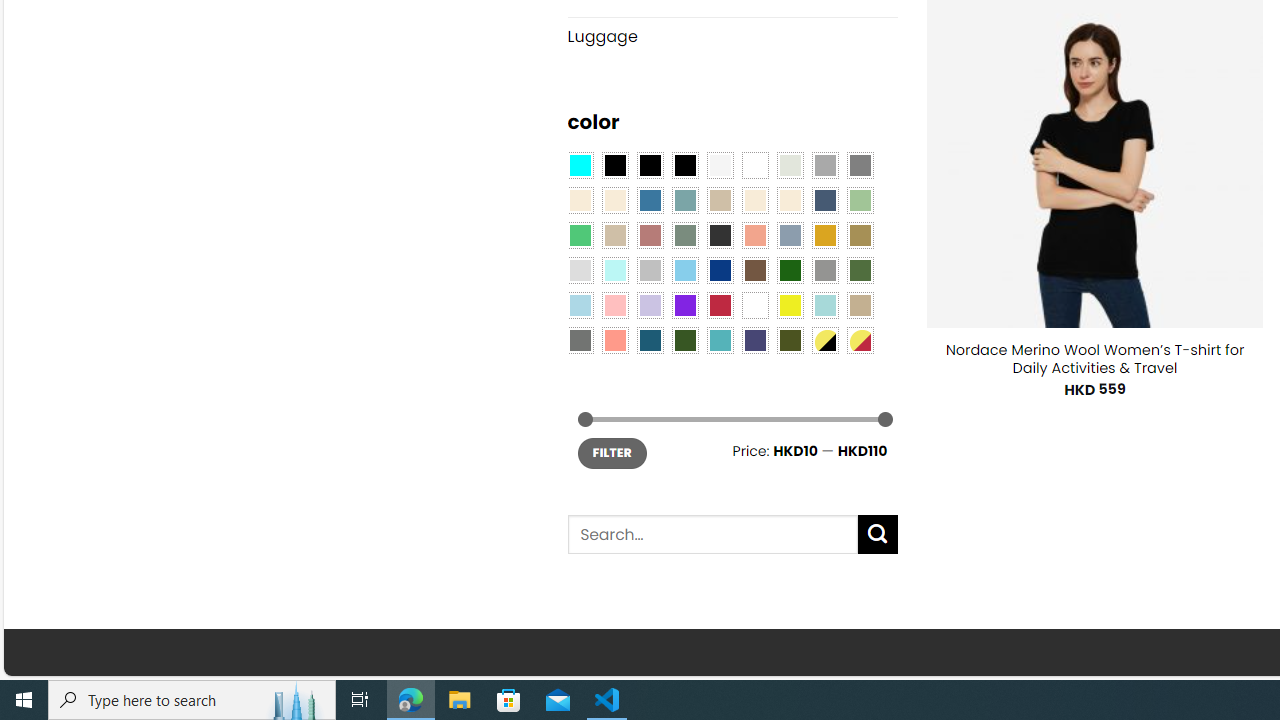 The image size is (1280, 720). Describe the element at coordinates (824, 163) in the screenshot. I see `'Dark Gray'` at that location.